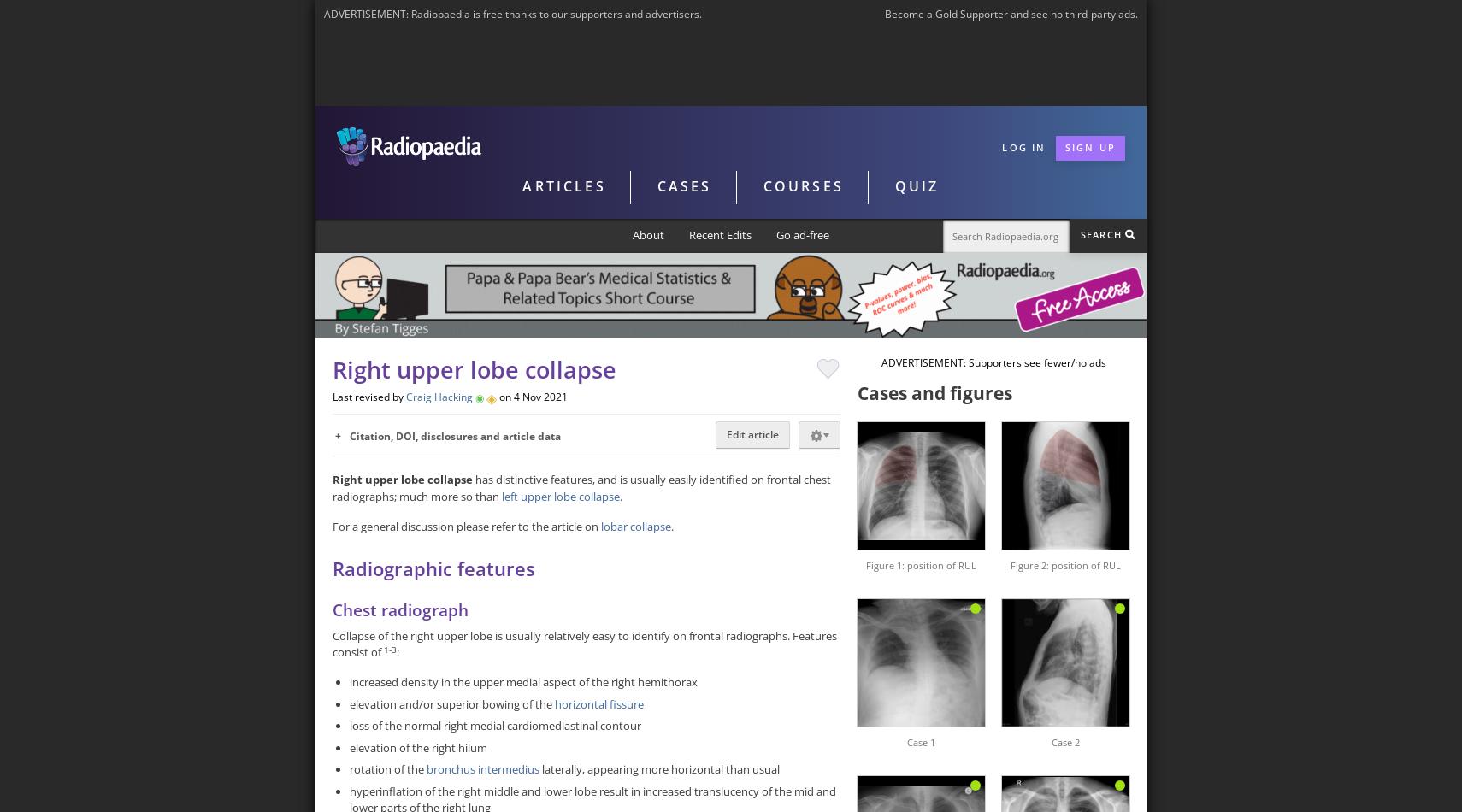 The width and height of the screenshot is (1462, 812). I want to click on 'laterally, appearing more horizontal than usual', so click(659, 768).